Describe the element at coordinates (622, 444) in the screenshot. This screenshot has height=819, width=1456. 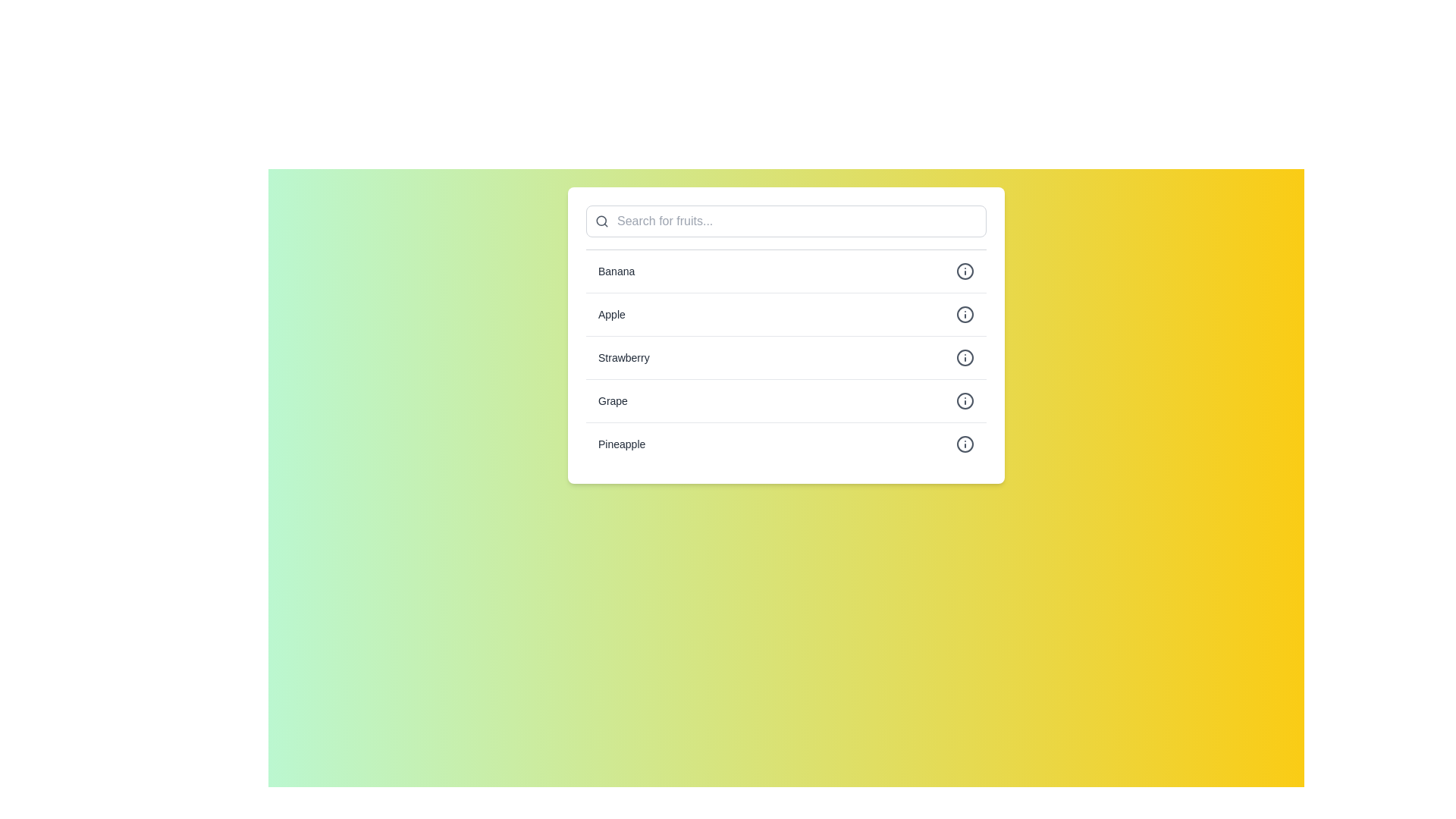
I see `the text label displaying 'Pineapple', which is the fifth item in a vertical list layout` at that location.